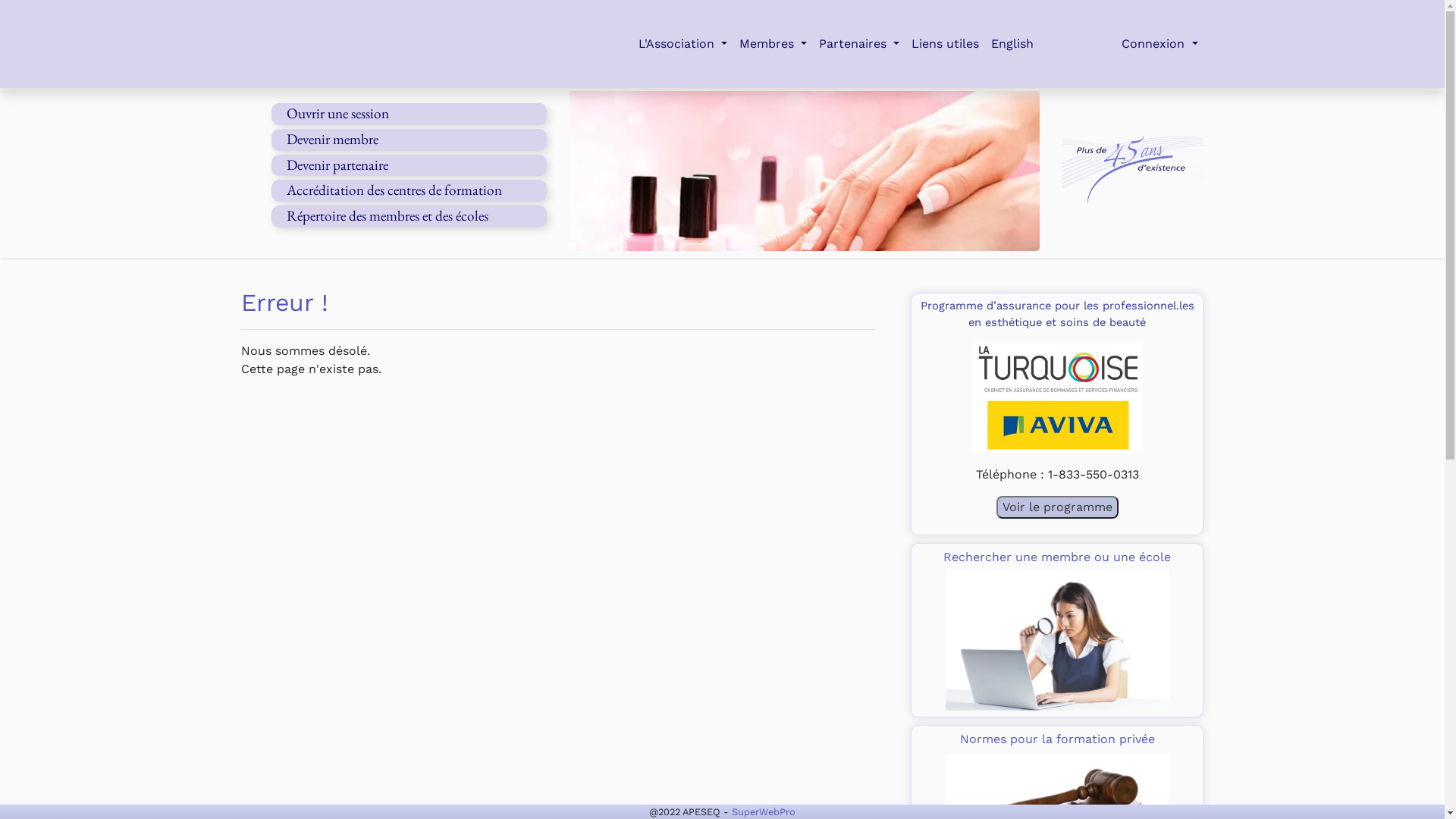 Image resolution: width=1456 pixels, height=819 pixels. I want to click on 'Devenir membre', so click(331, 139).